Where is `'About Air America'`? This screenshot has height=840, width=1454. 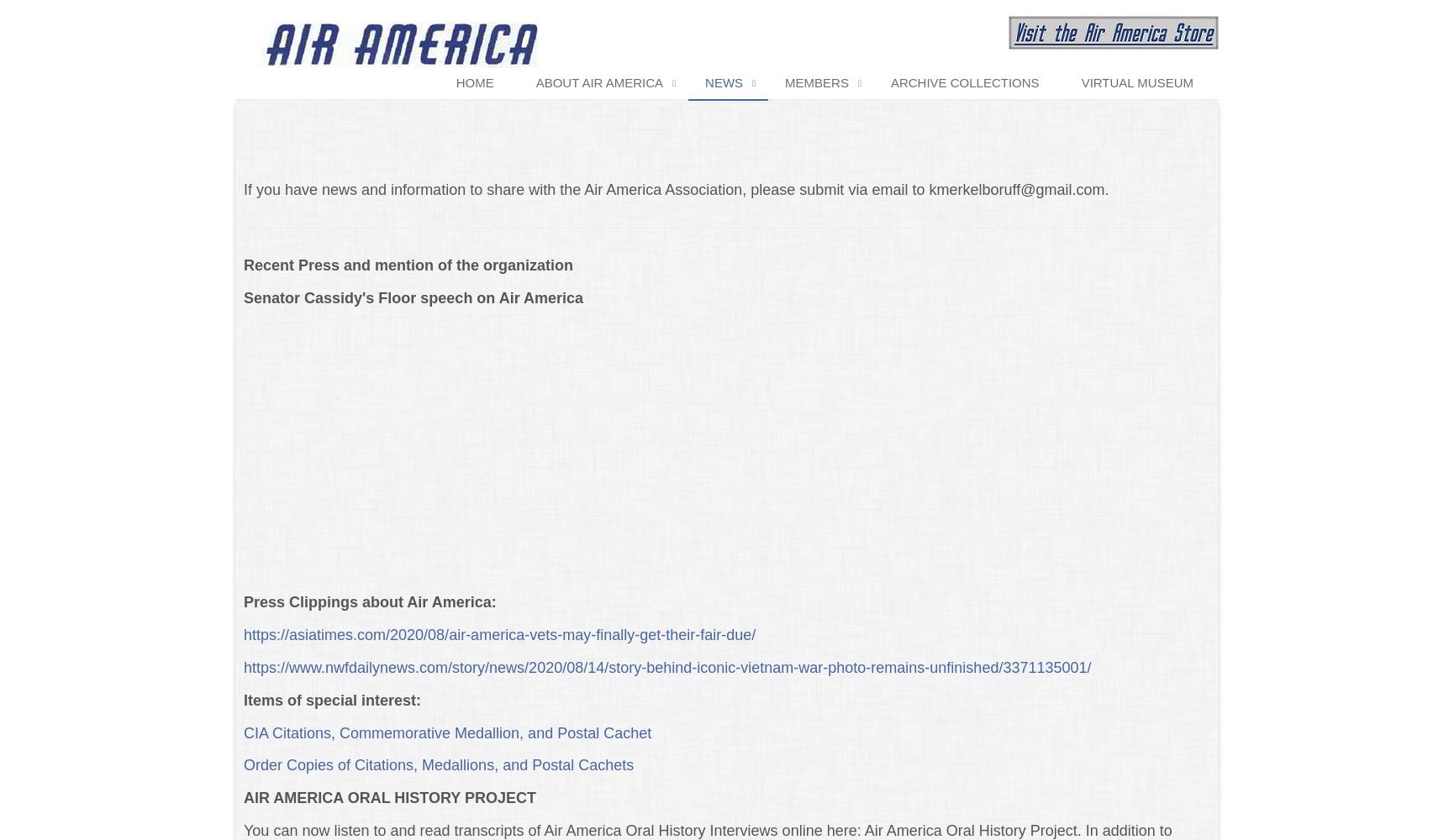
'About Air America' is located at coordinates (598, 81).